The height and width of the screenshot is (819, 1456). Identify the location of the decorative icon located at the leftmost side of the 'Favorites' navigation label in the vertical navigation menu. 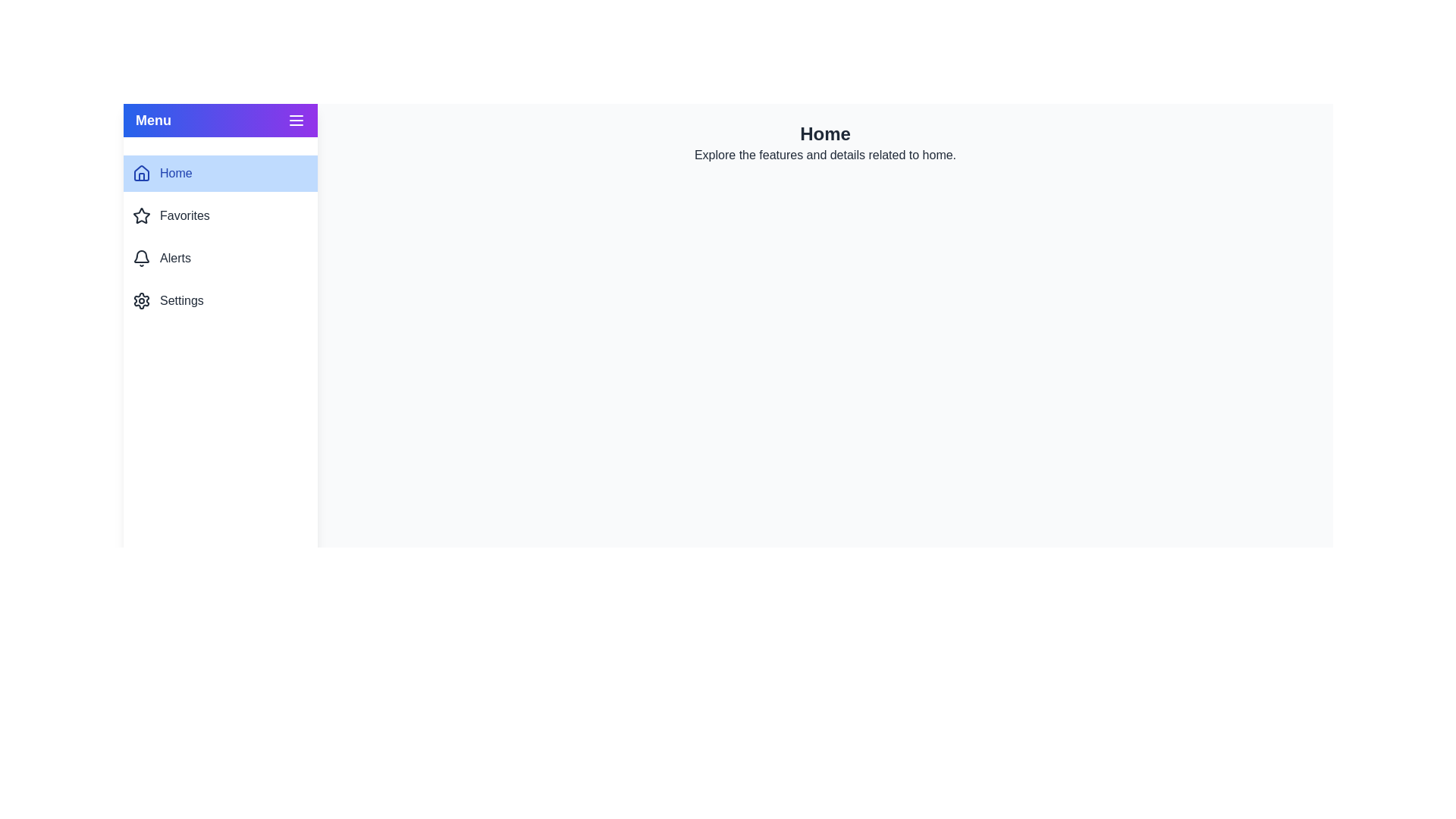
(142, 216).